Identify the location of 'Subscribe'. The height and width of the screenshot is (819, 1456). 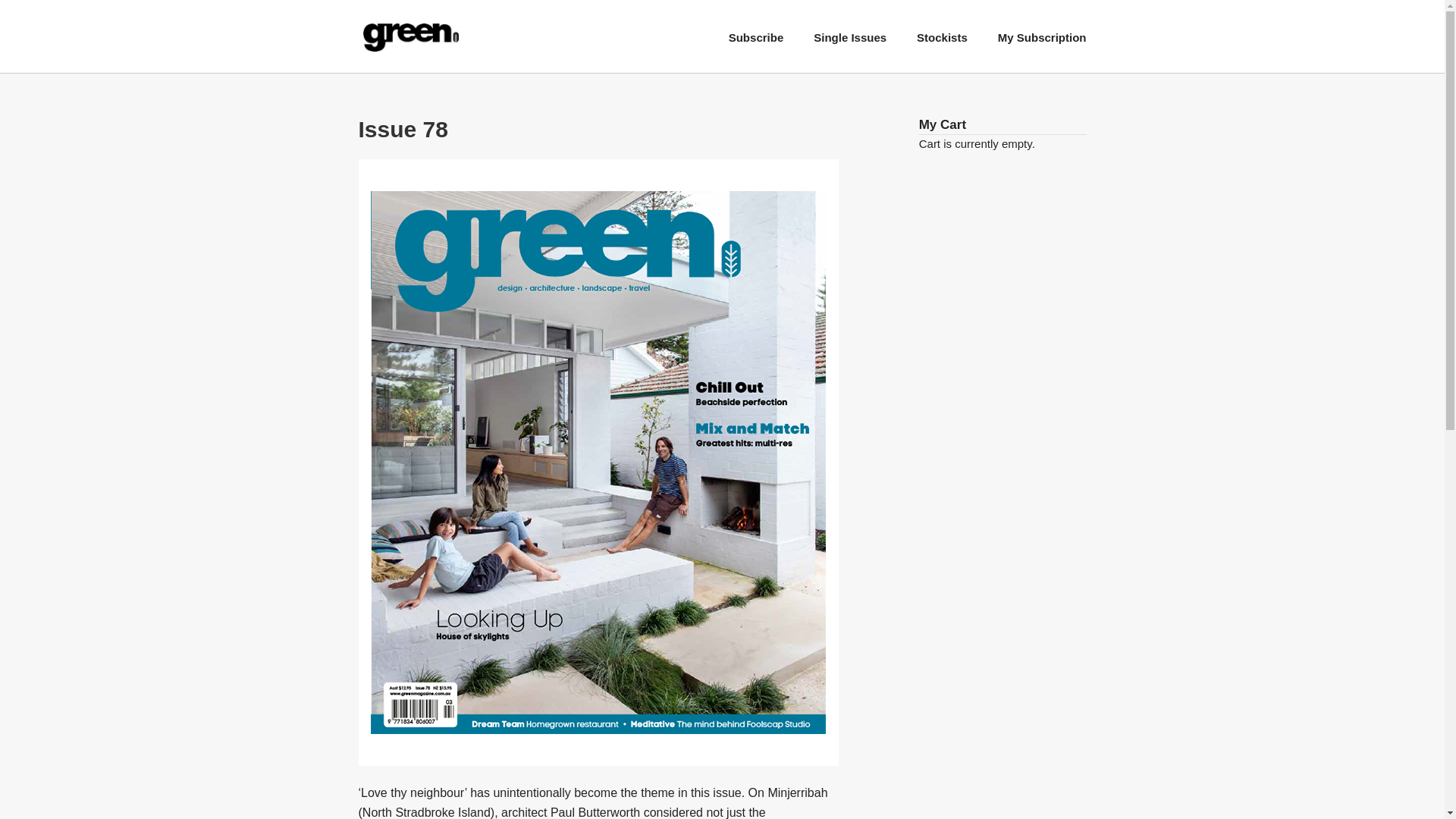
(756, 36).